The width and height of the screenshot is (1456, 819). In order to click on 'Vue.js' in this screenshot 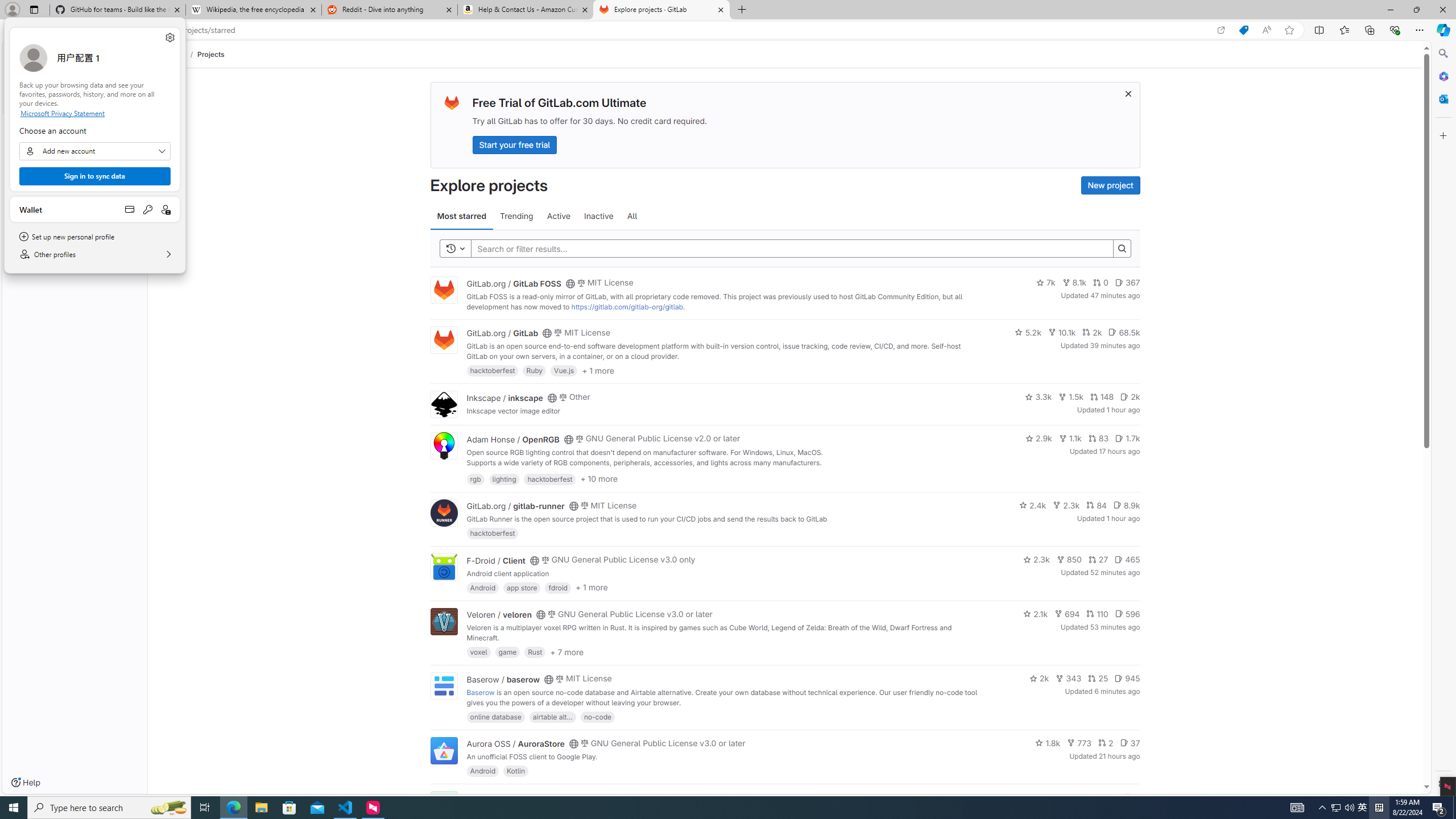, I will do `click(564, 370)`.